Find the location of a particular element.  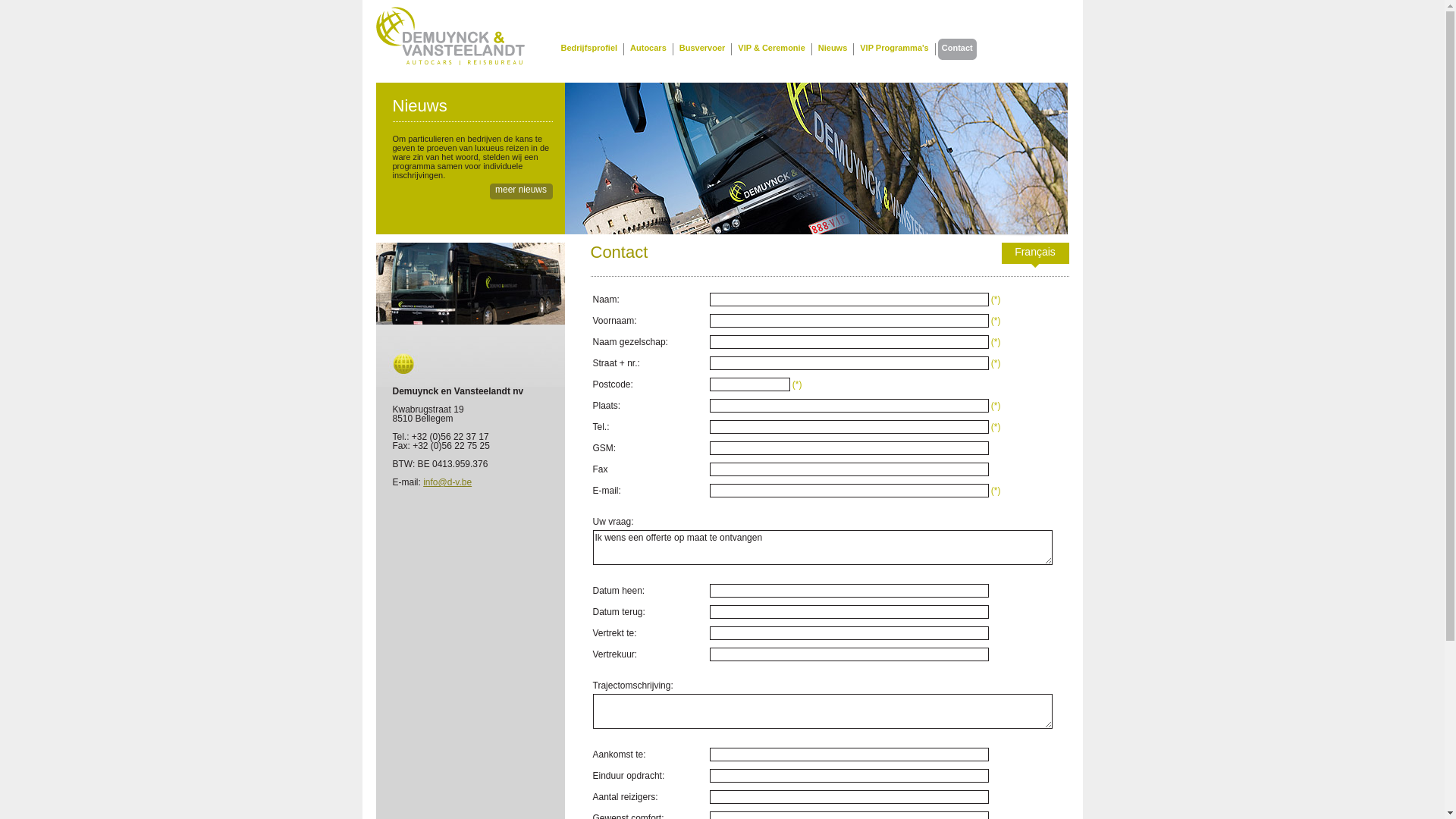

'Autocars' is located at coordinates (648, 49).